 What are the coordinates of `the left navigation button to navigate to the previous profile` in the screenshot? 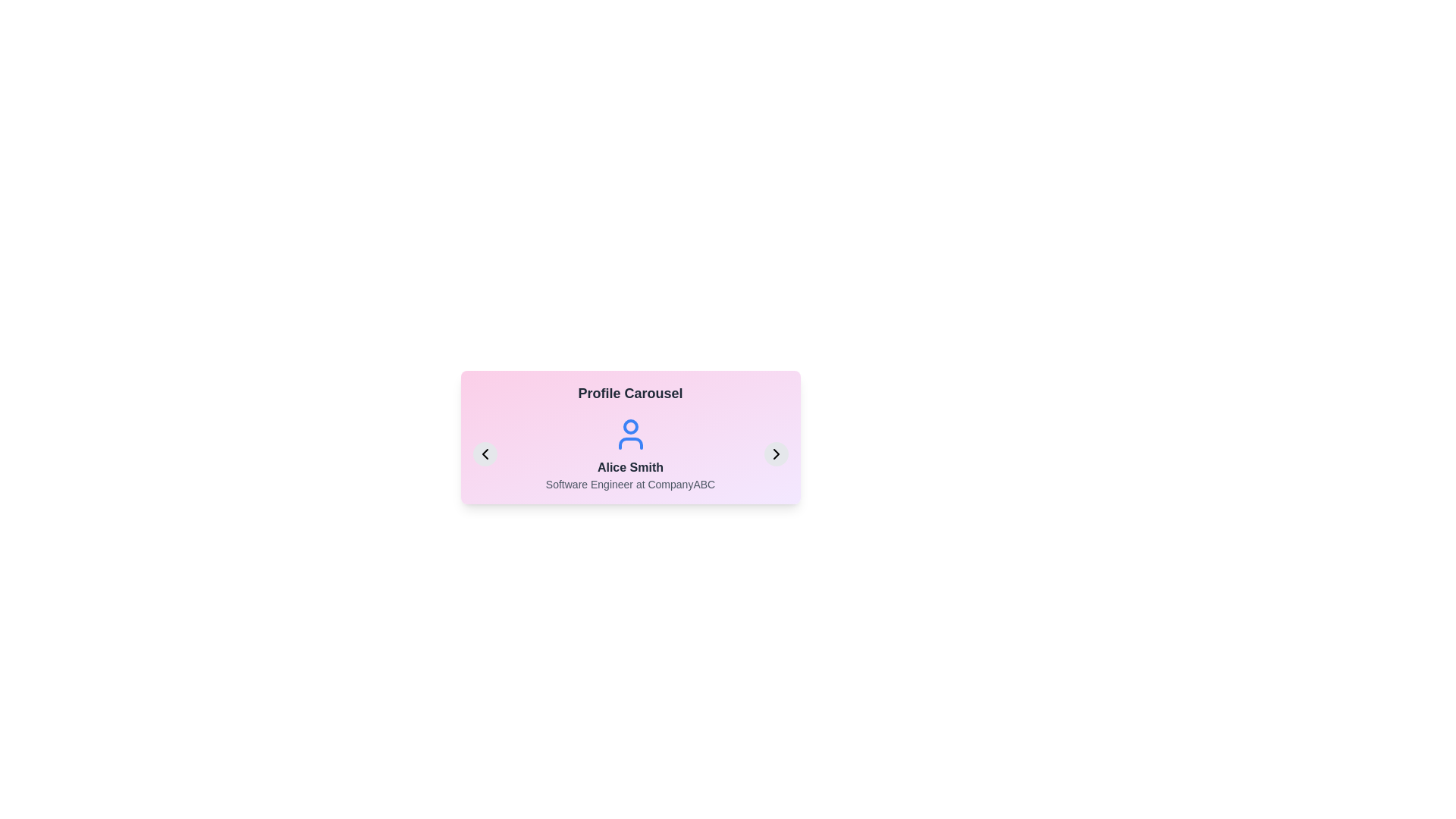 It's located at (484, 453).